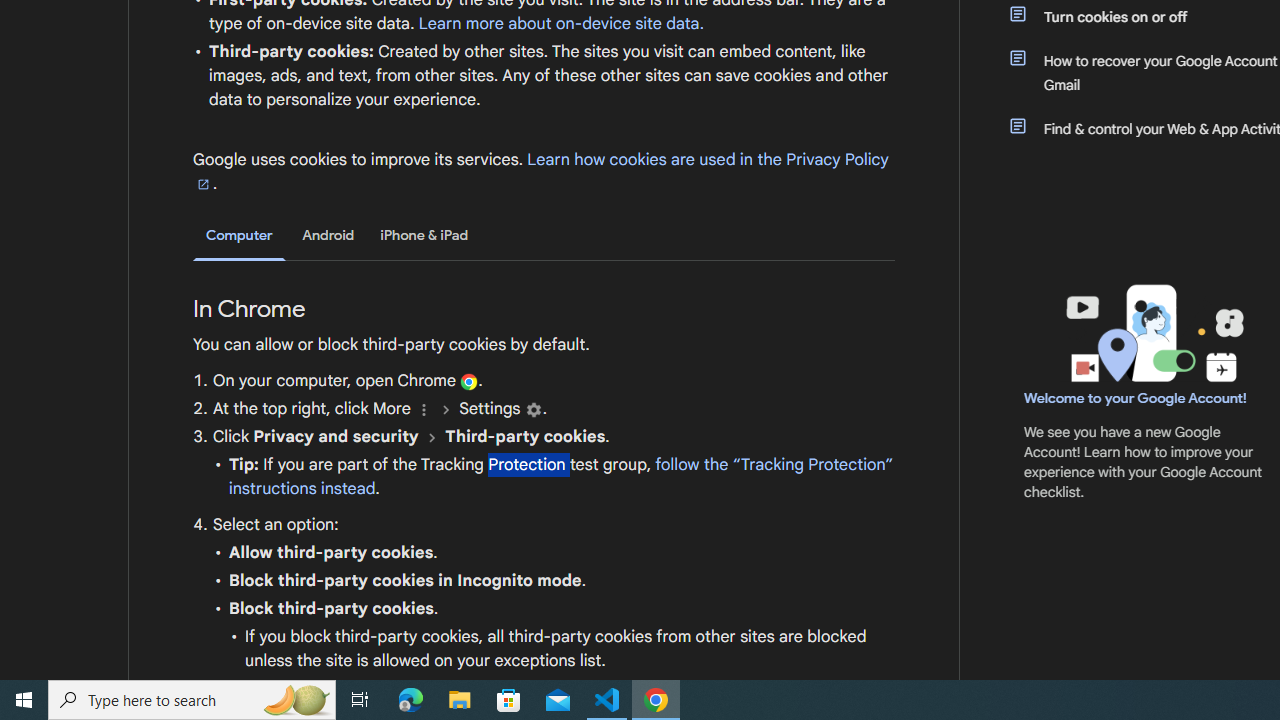 The height and width of the screenshot is (720, 1280). I want to click on 'Learn more about on-device site data.', so click(560, 23).